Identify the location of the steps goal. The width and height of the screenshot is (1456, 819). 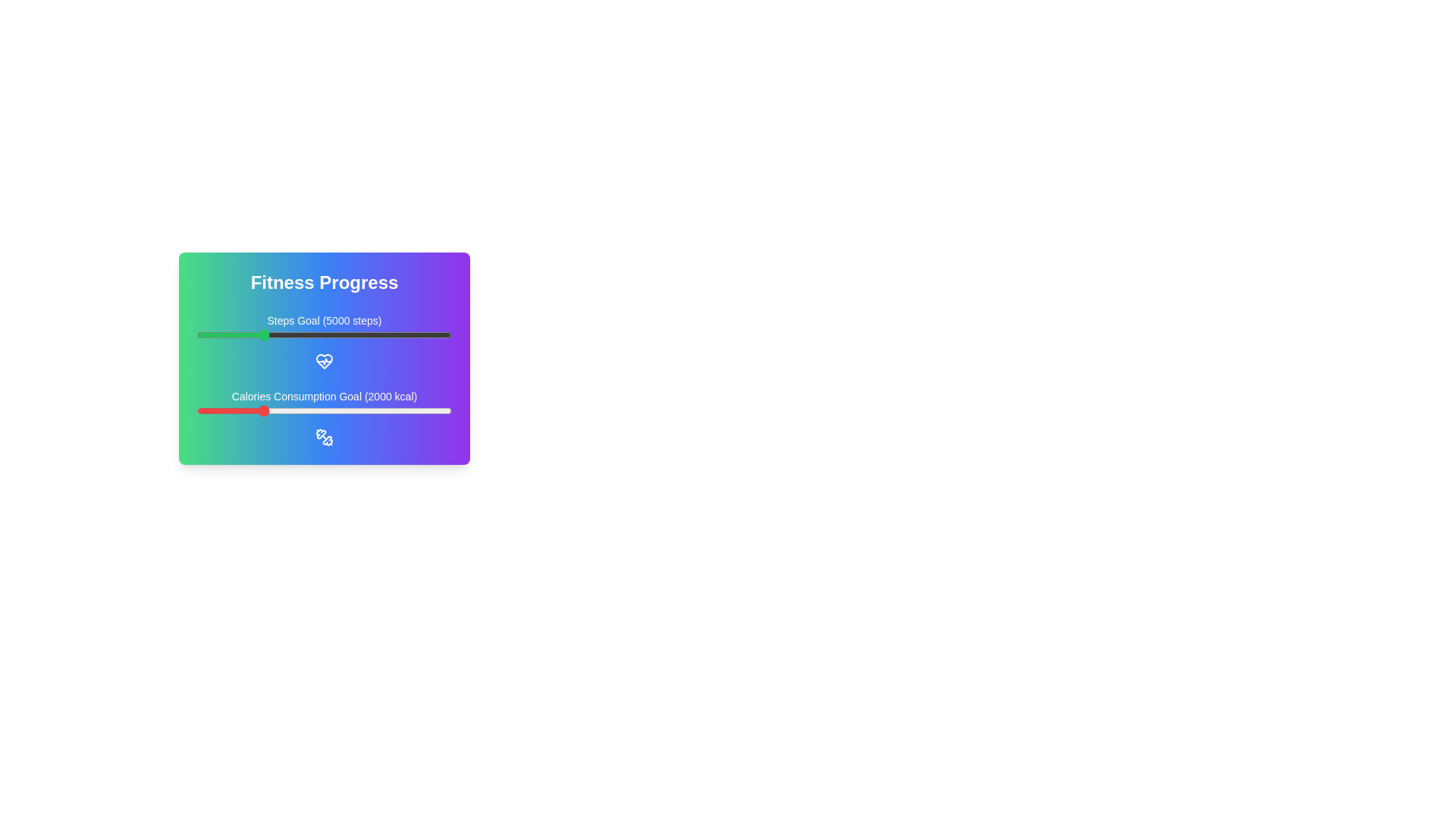
(218, 334).